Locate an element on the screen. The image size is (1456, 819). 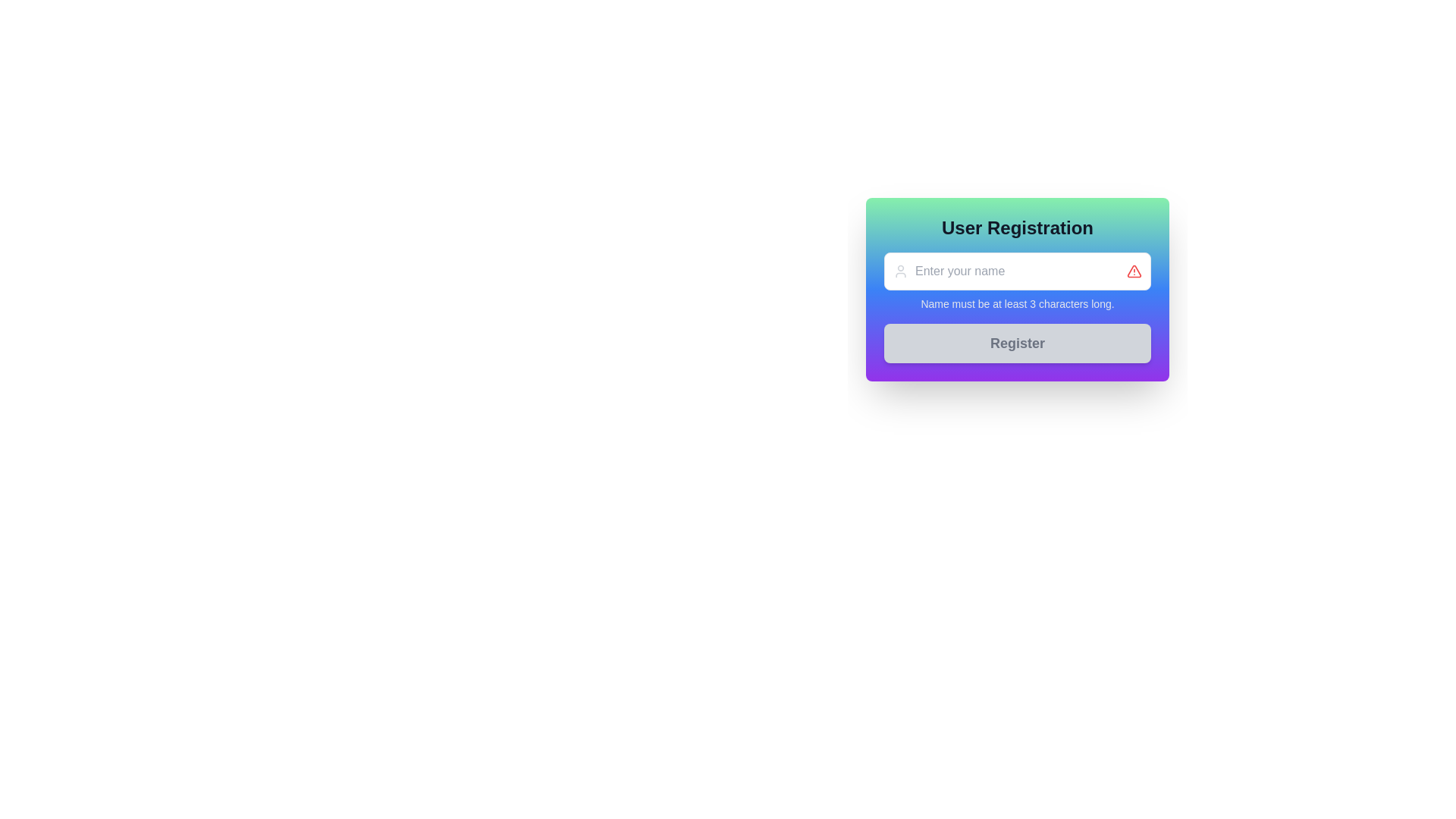
the icon located to the left of the input field for entering user-related information, which is visually aligned to the vertical center of the field is located at coordinates (901, 271).